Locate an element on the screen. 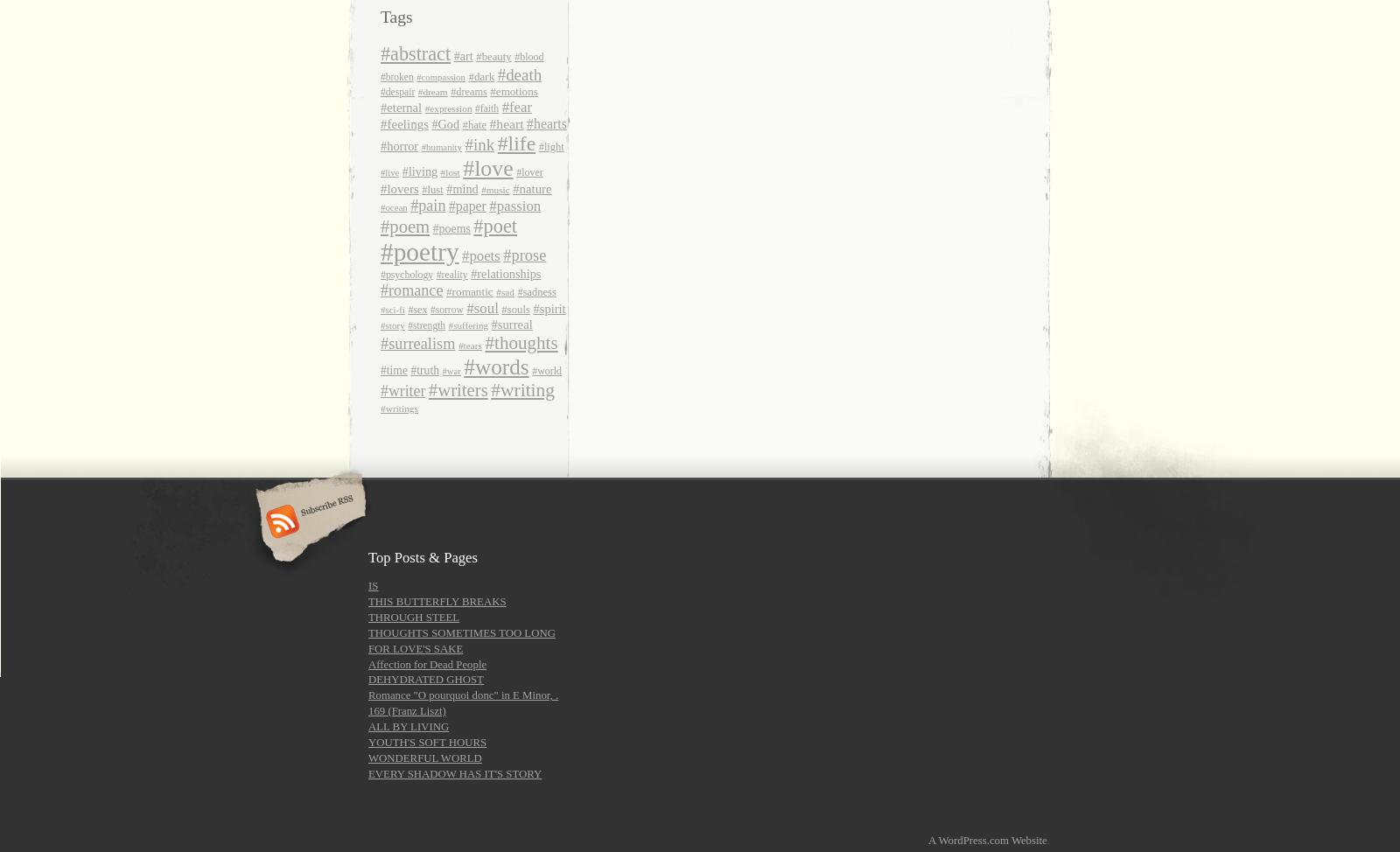 Image resolution: width=1400 pixels, height=852 pixels. 'THOUGHTS SOMETIMES TOO LONG FOR LOVE'S SAKE' is located at coordinates (460, 639).